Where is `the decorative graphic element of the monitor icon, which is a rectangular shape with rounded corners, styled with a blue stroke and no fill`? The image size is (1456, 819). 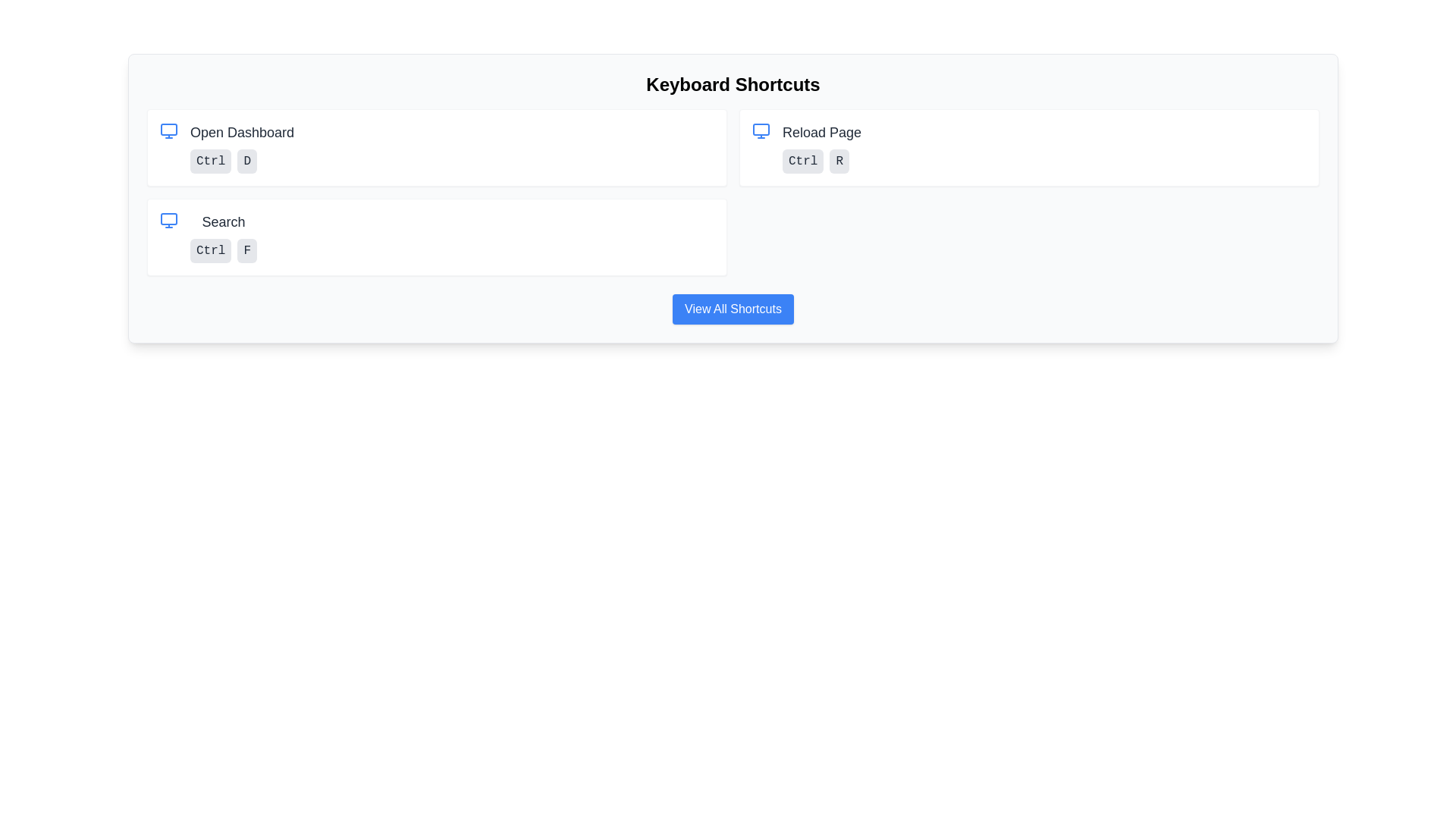
the decorative graphic element of the monitor icon, which is a rectangular shape with rounded corners, styled with a blue stroke and no fill is located at coordinates (168, 128).